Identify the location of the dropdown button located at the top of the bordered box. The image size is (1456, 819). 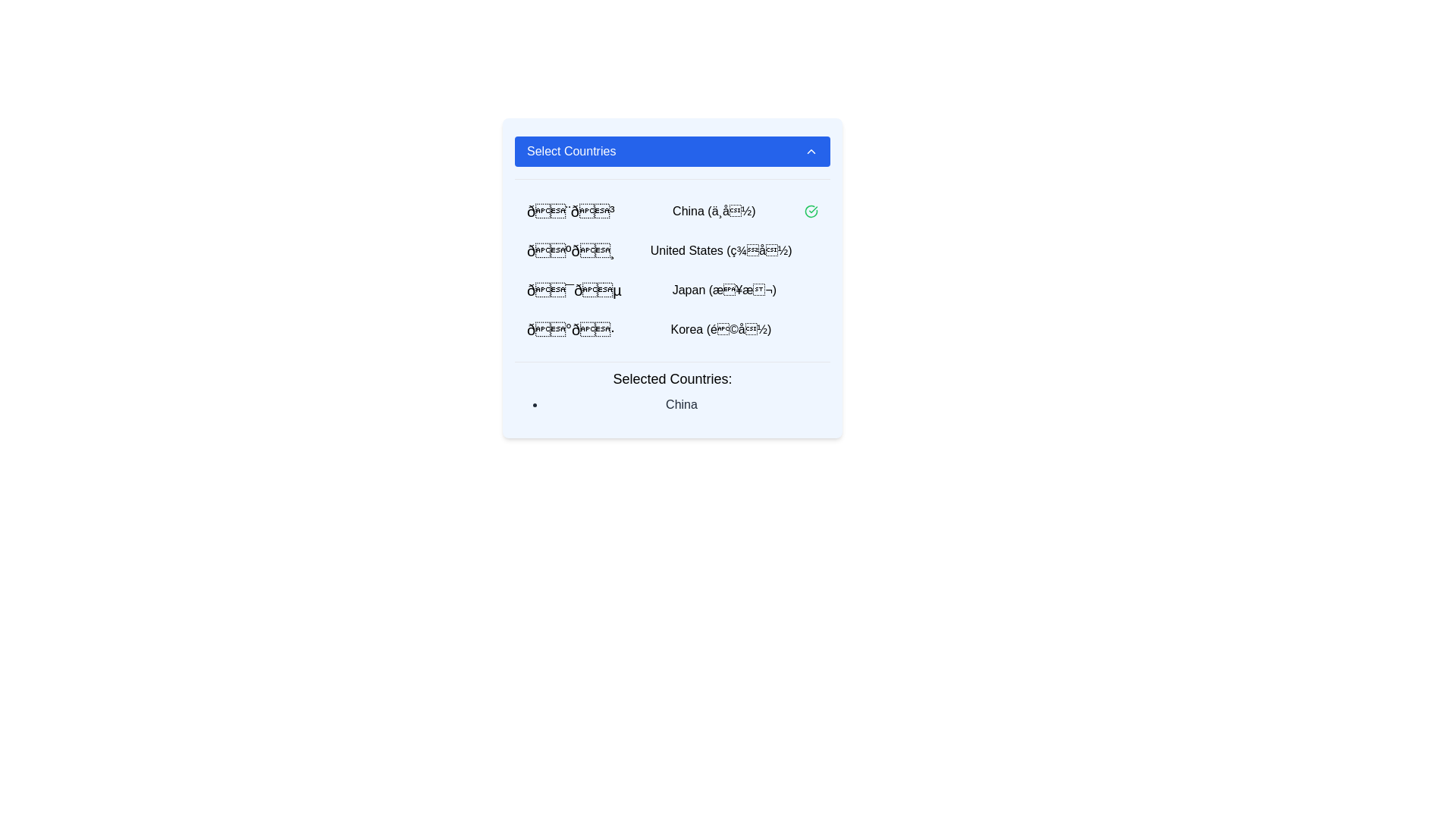
(672, 152).